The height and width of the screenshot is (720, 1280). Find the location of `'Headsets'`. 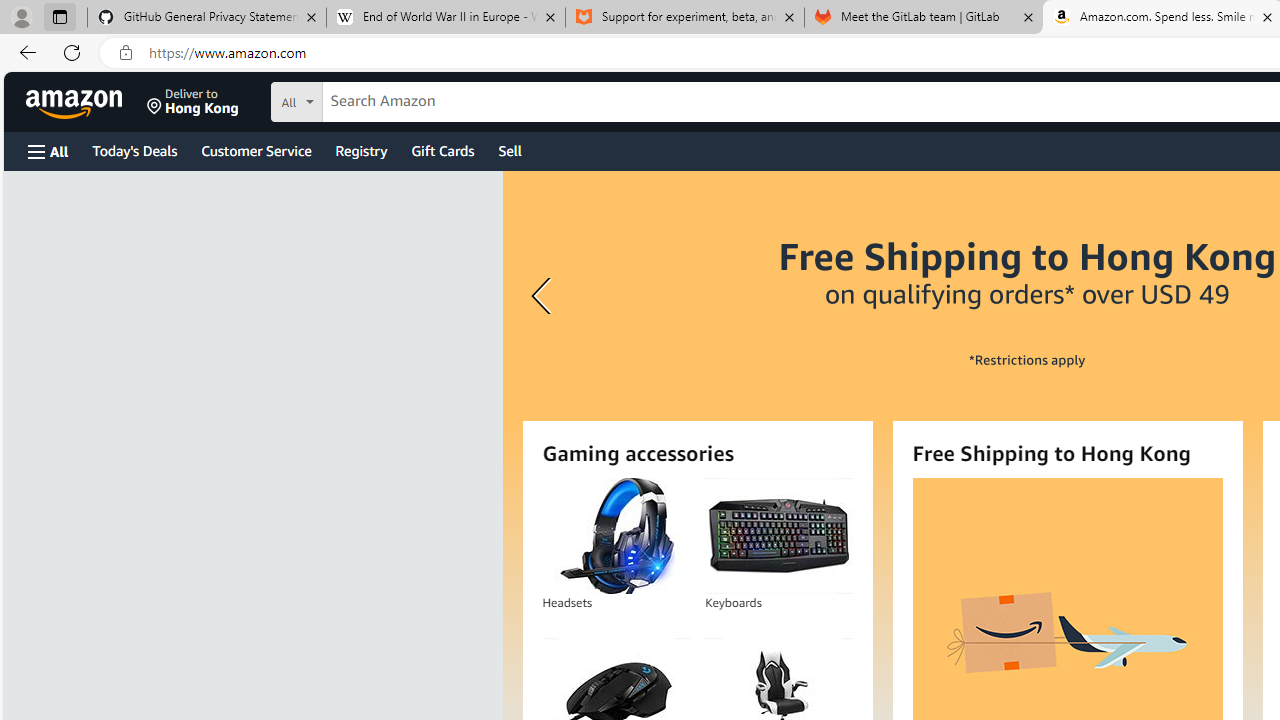

'Headsets' is located at coordinates (614, 535).